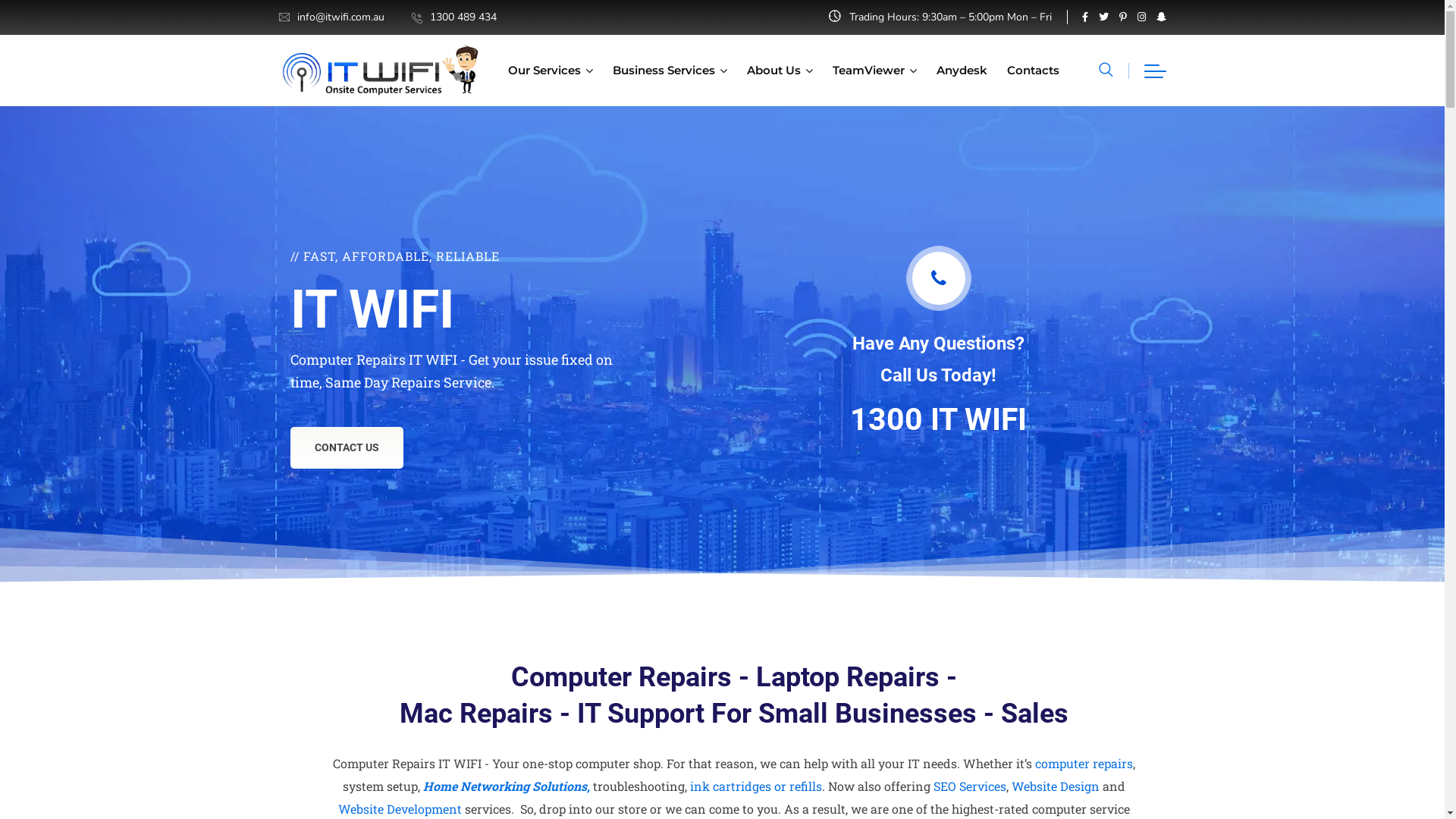 This screenshot has height=819, width=1456. What do you see at coordinates (745, 70) in the screenshot?
I see `'About Us'` at bounding box center [745, 70].